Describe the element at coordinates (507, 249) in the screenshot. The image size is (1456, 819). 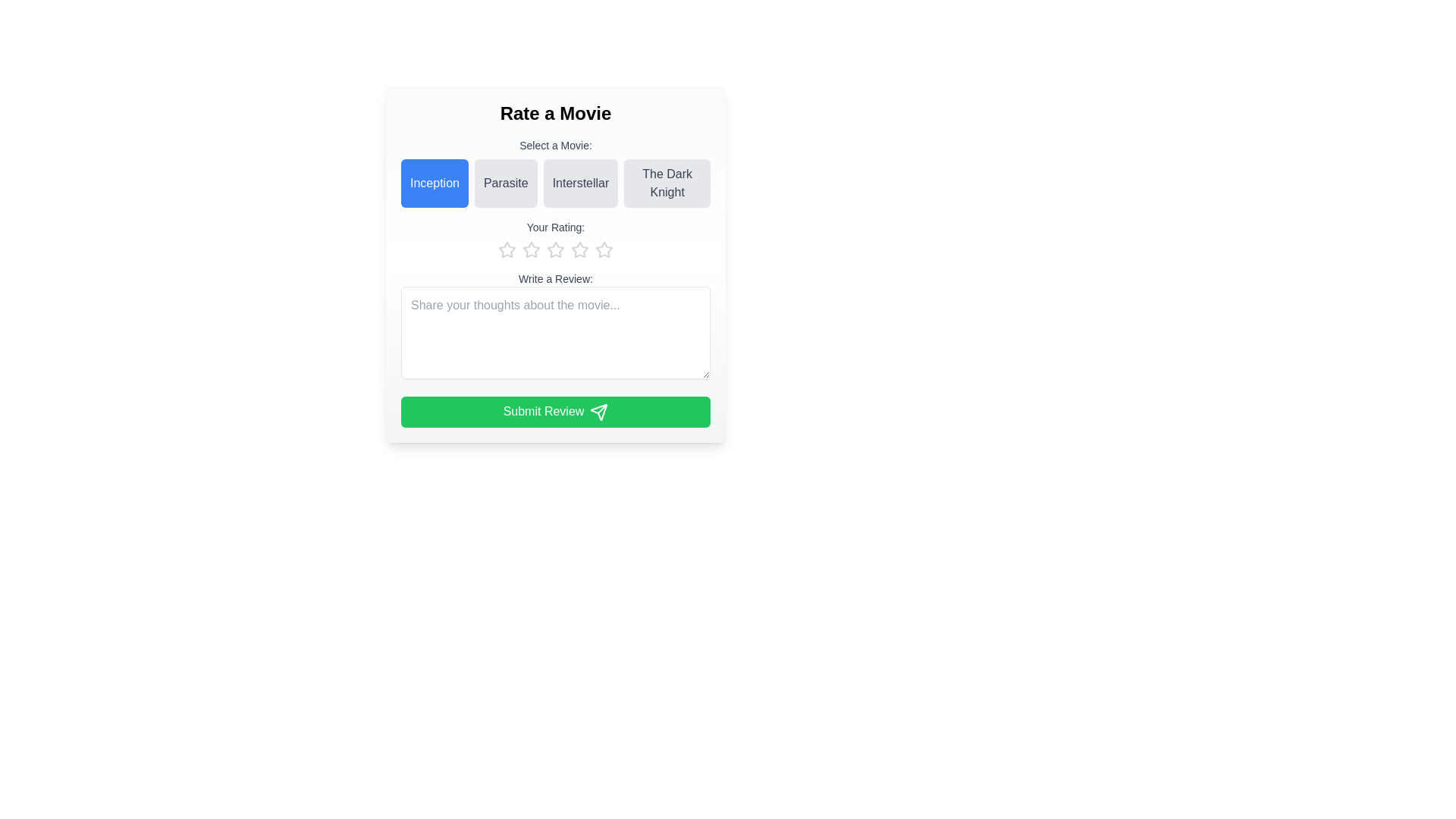
I see `the first star icon in the rating component under the 'Your Rating' section` at that location.